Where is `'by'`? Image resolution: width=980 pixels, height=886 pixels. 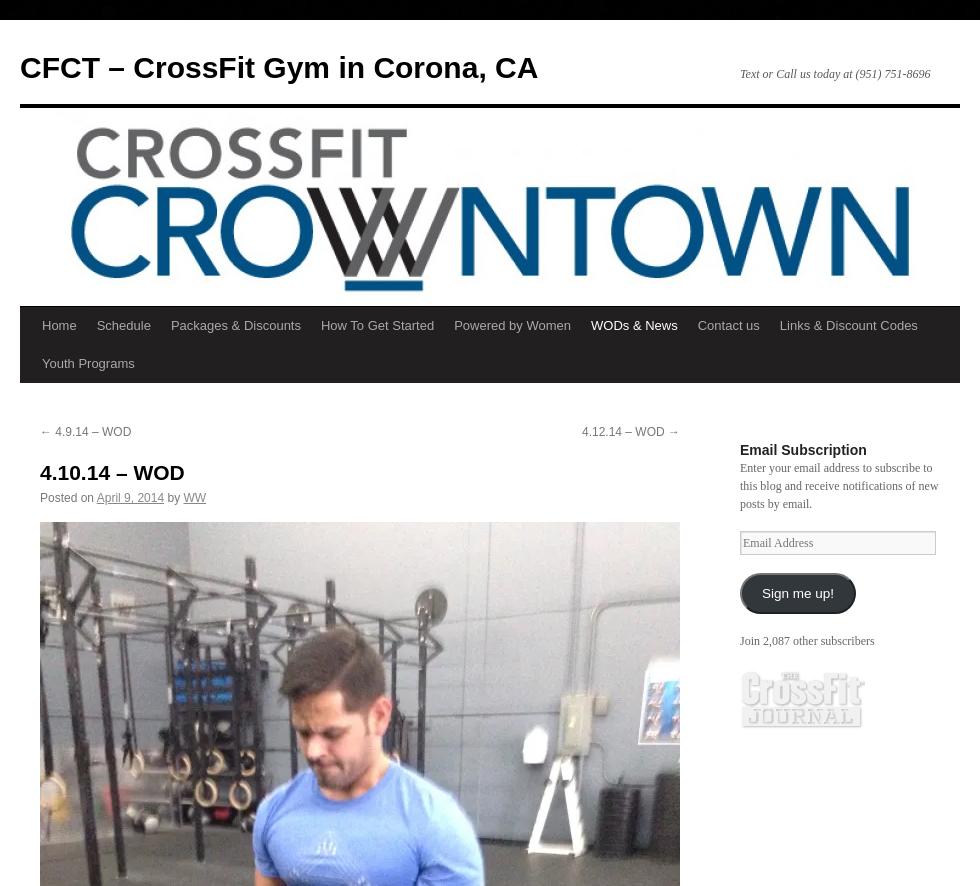
'by' is located at coordinates (173, 497).